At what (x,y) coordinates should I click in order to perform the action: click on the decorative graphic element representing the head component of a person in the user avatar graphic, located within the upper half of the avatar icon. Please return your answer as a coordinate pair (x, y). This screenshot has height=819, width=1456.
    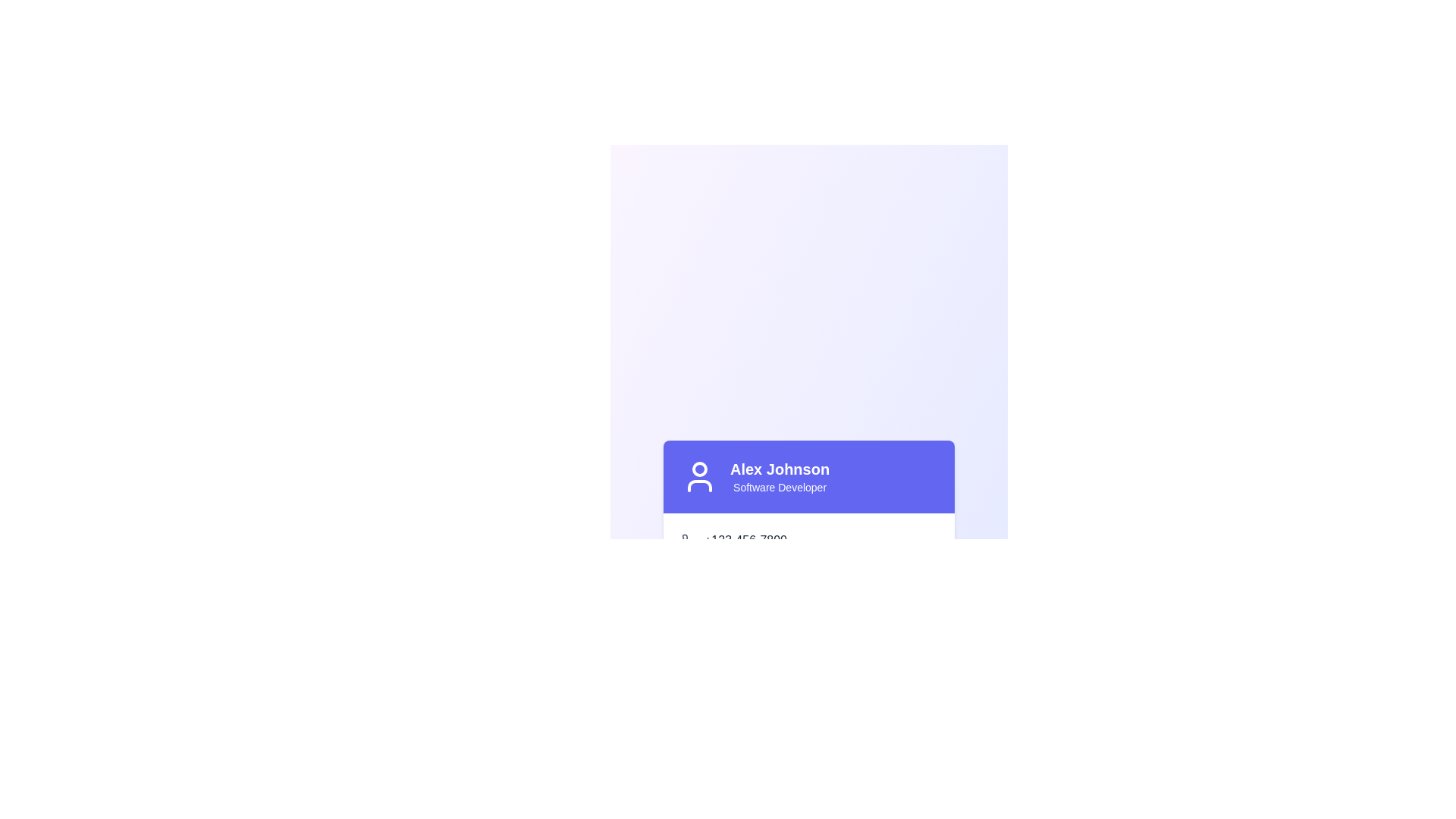
    Looking at the image, I should click on (698, 468).